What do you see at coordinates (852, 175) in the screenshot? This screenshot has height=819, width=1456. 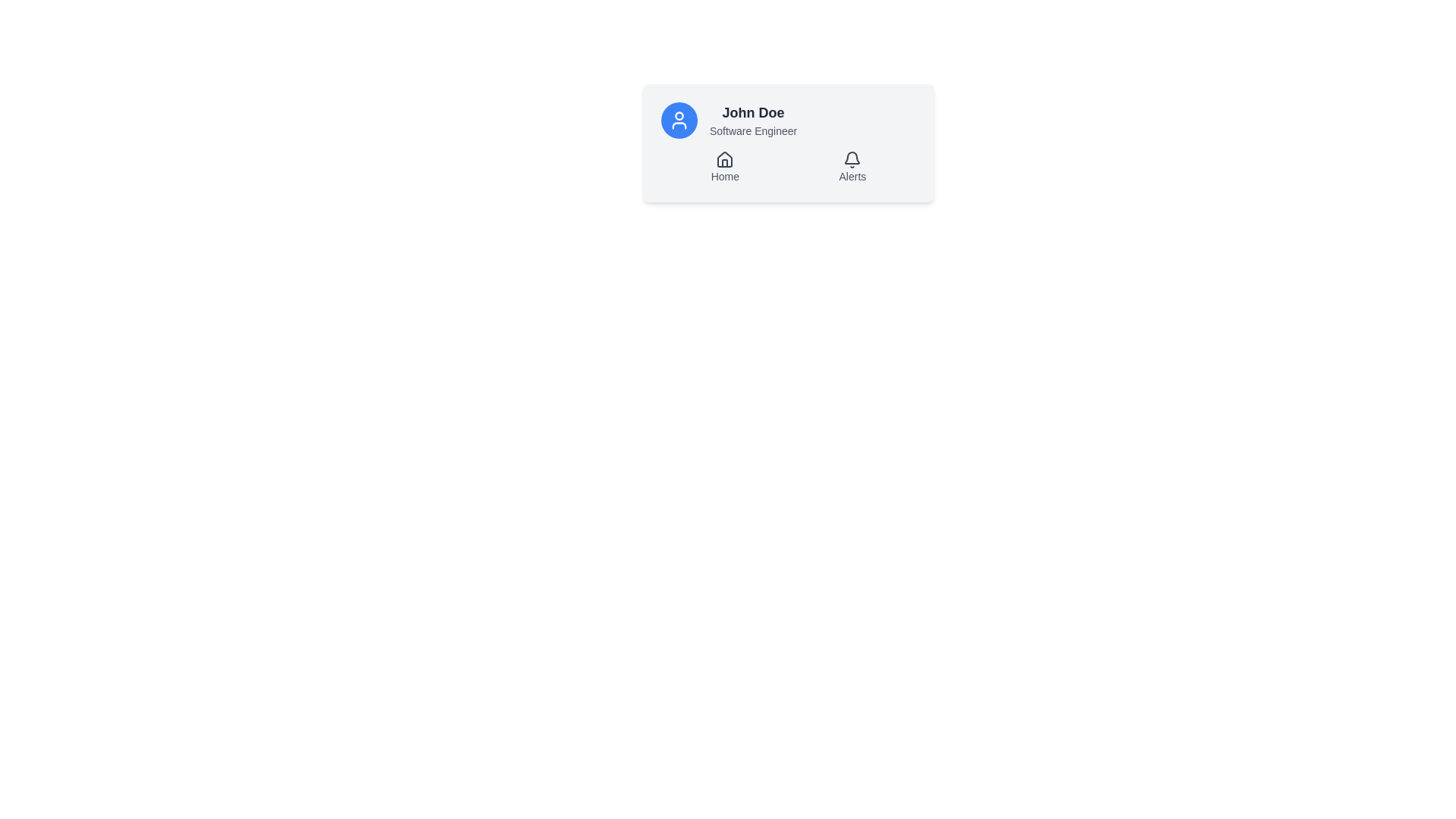 I see `the 'Alerts' text label, which is styled with a smaller font size and light gray color, located below a bell icon in a user information card` at bounding box center [852, 175].